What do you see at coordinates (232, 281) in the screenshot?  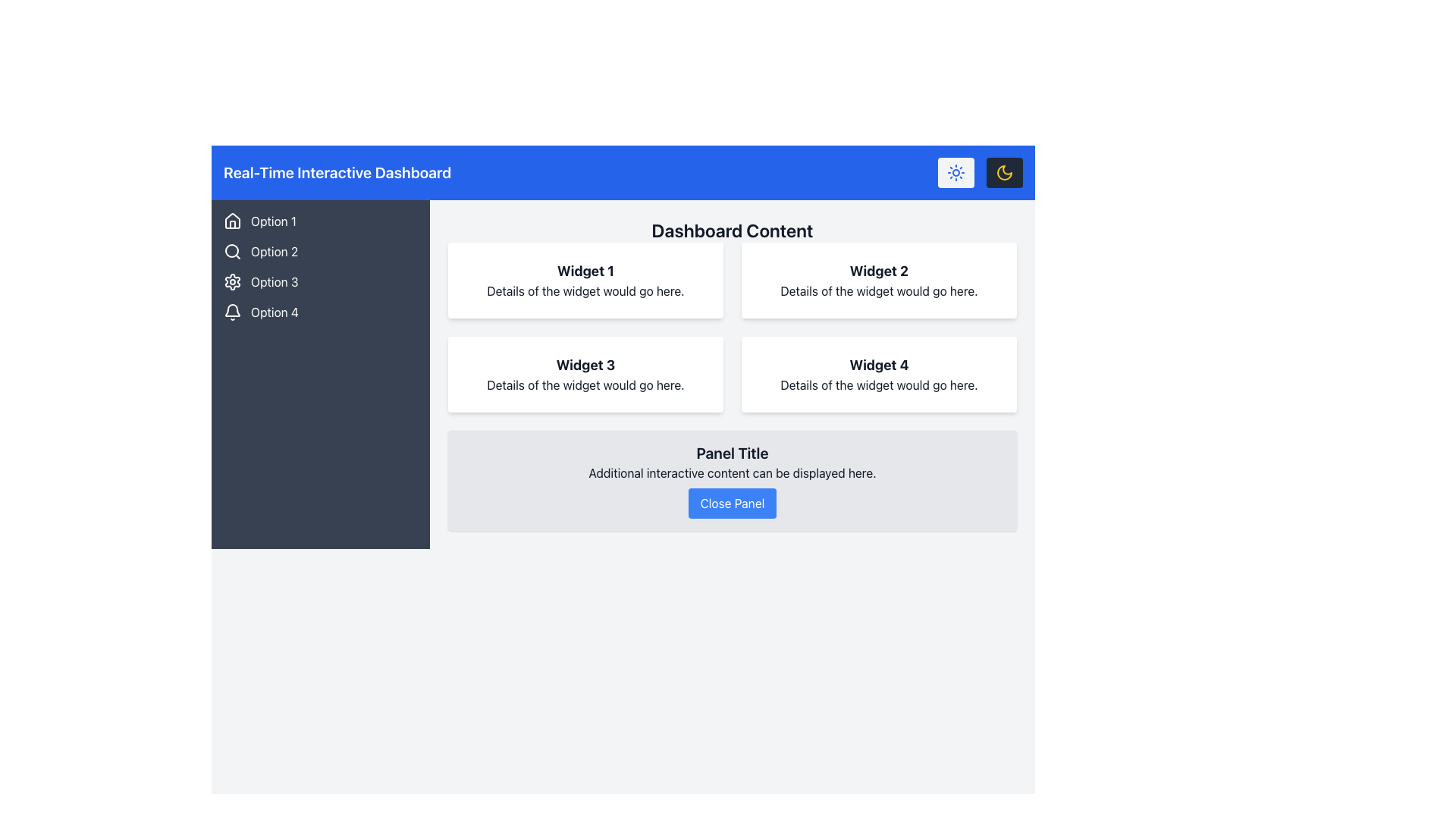 I see `the gear-shaped icon in the 'Option 3' group of the vertical navigation menu` at bounding box center [232, 281].